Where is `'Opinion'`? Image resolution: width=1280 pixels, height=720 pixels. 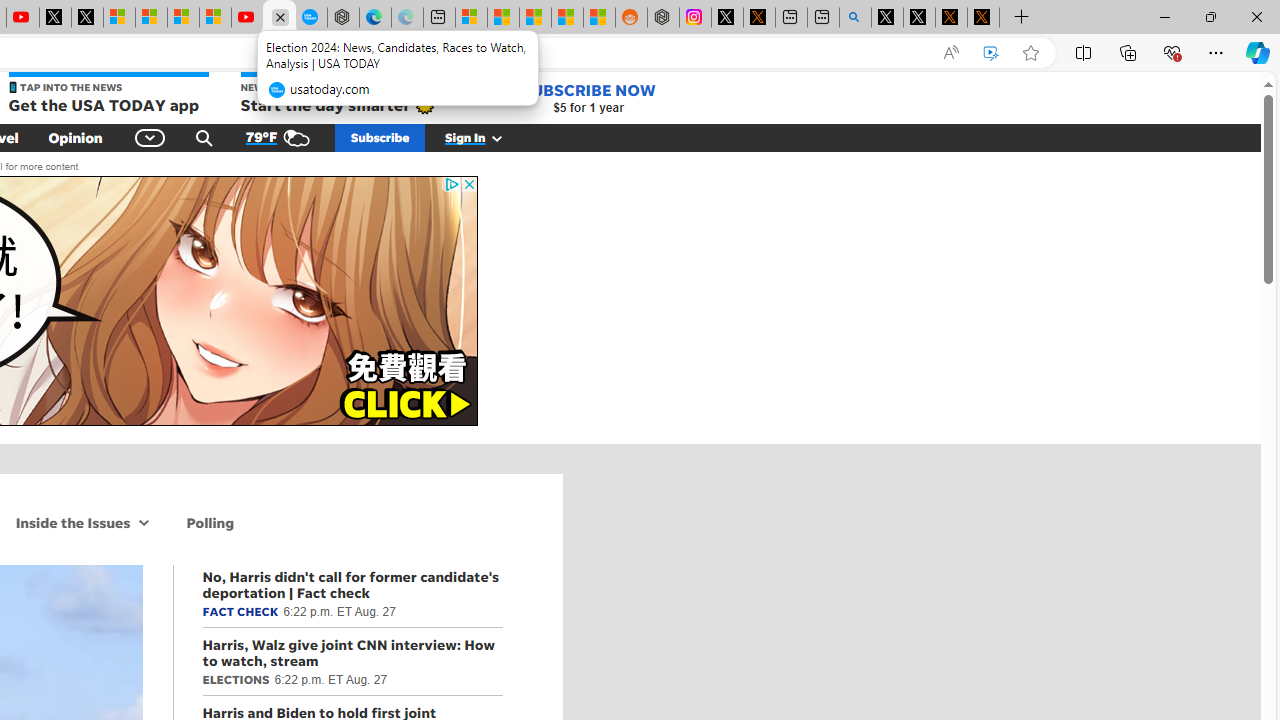 'Opinion' is located at coordinates (75, 136).